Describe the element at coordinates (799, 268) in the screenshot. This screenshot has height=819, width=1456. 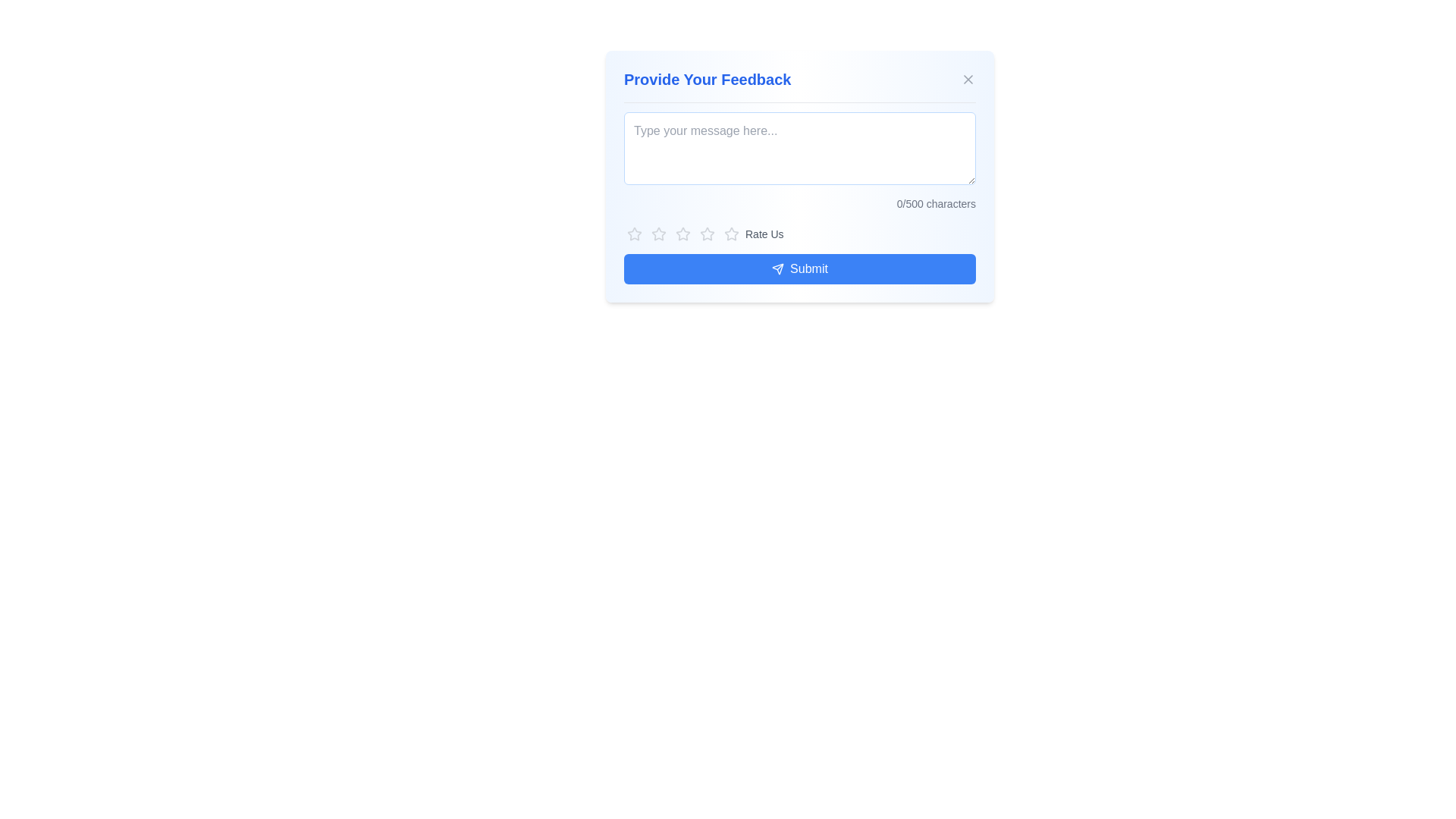
I see `the blue 'Submit' button with rounded corners, located below the 'Rate Us' stars` at that location.